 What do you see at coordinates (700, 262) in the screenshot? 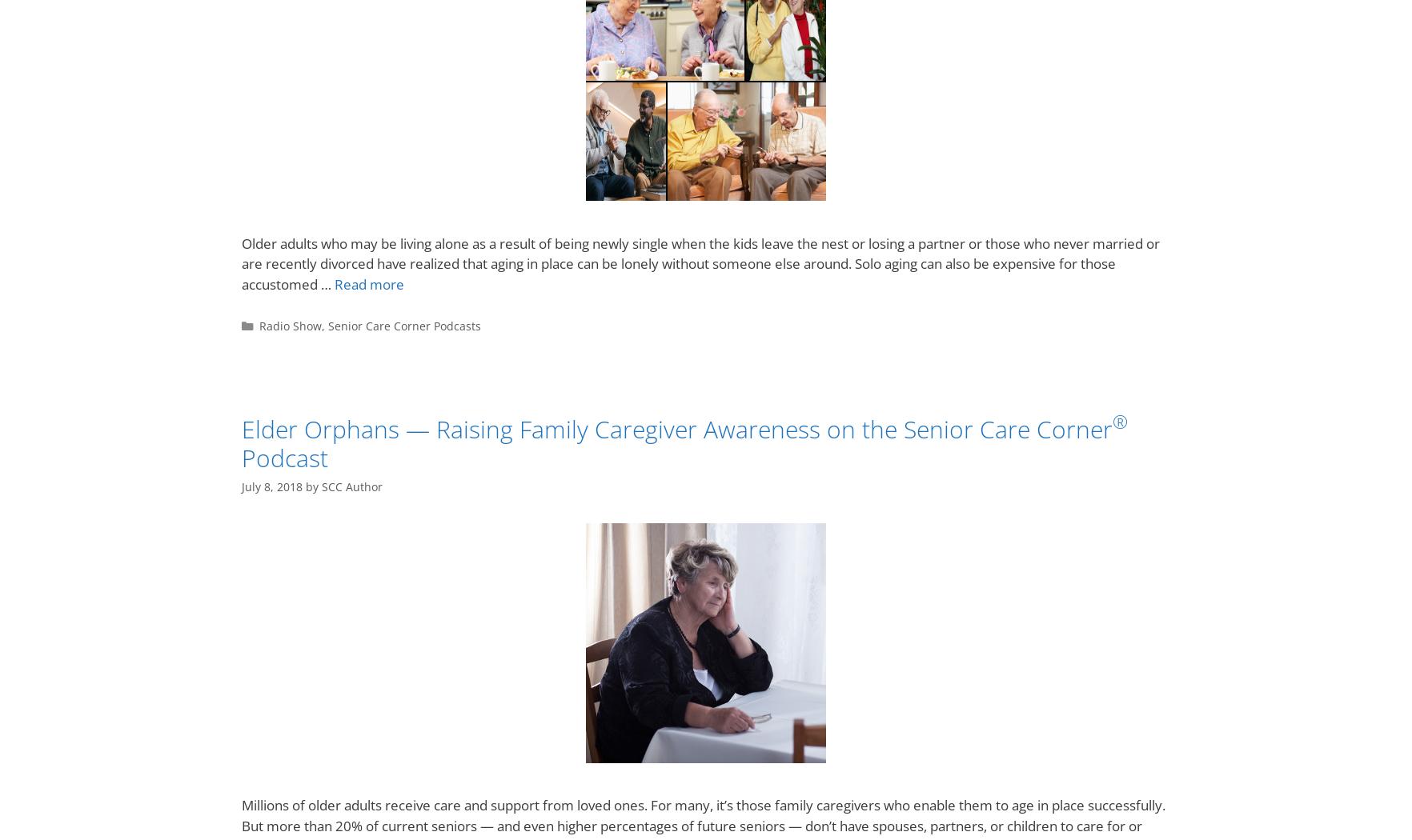
I see `'Older adults who may be living alone as a result of being newly single when the kids leave the nest or losing a partner or those who never married or are recently divorced have realized that aging in place can be lonely without someone else around. Solo aging can also be expensive for those accustomed …'` at bounding box center [700, 262].